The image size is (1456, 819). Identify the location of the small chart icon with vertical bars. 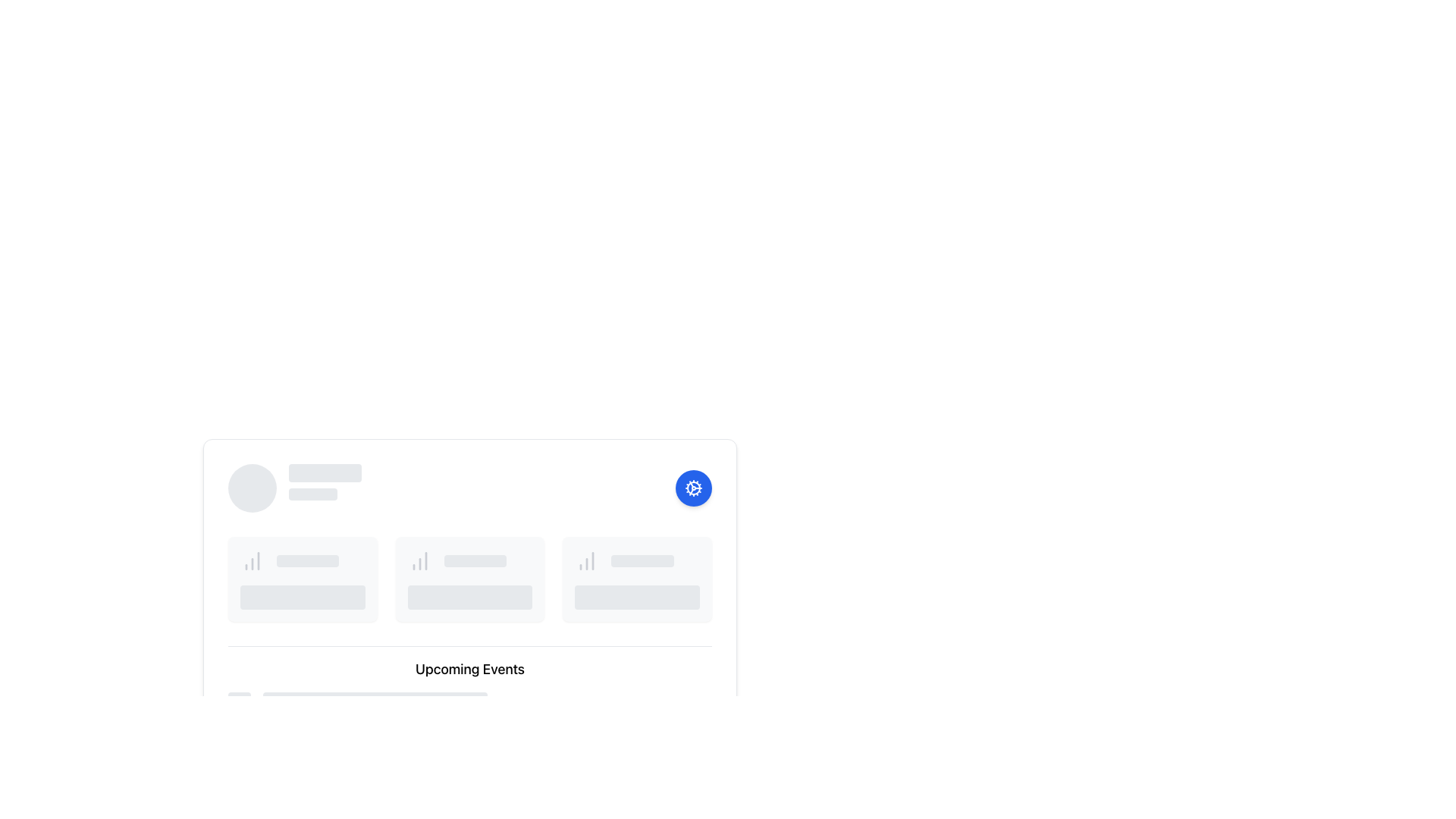
(252, 561).